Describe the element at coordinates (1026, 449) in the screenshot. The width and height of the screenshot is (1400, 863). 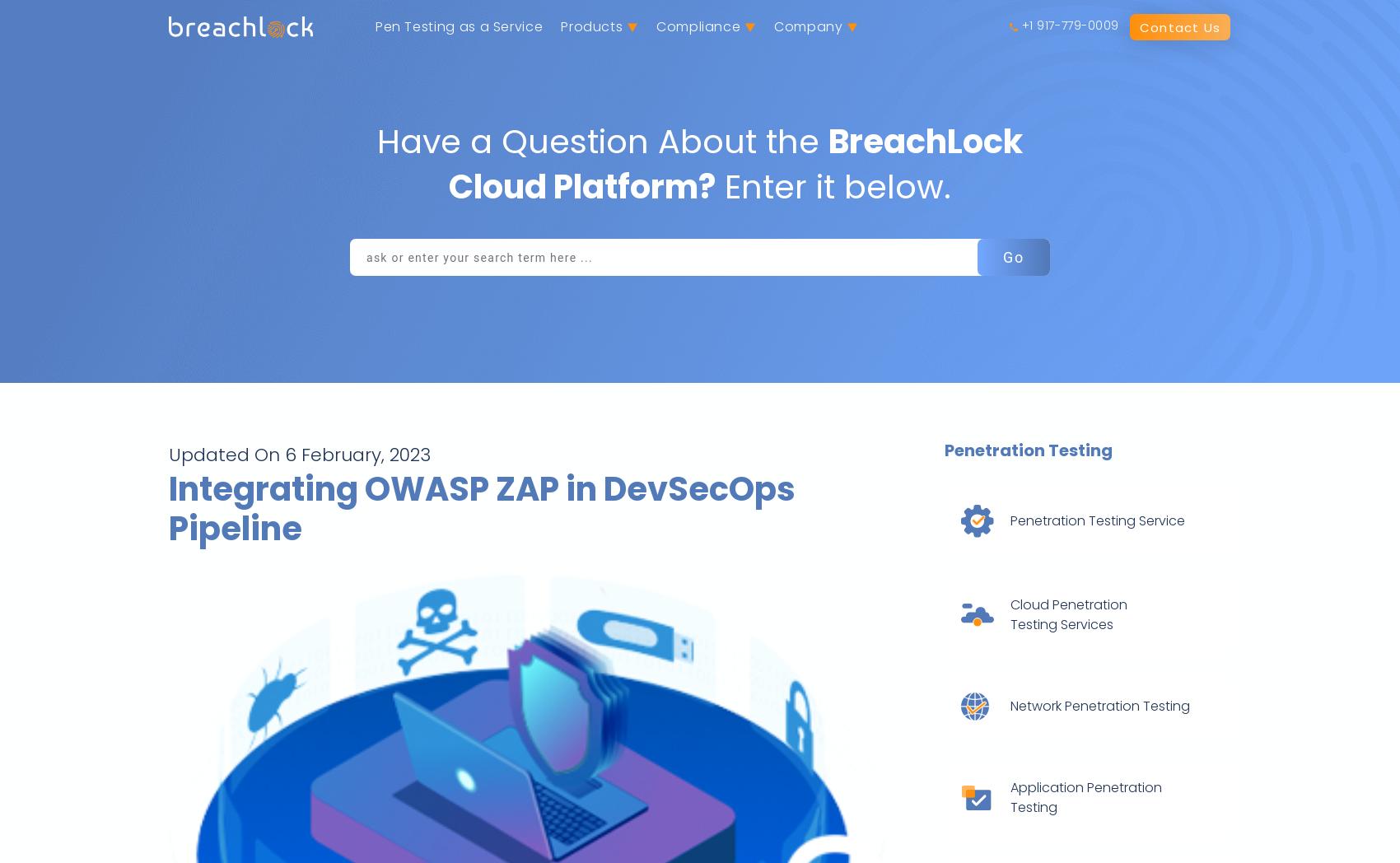
I see `'Penetration Testing'` at that location.